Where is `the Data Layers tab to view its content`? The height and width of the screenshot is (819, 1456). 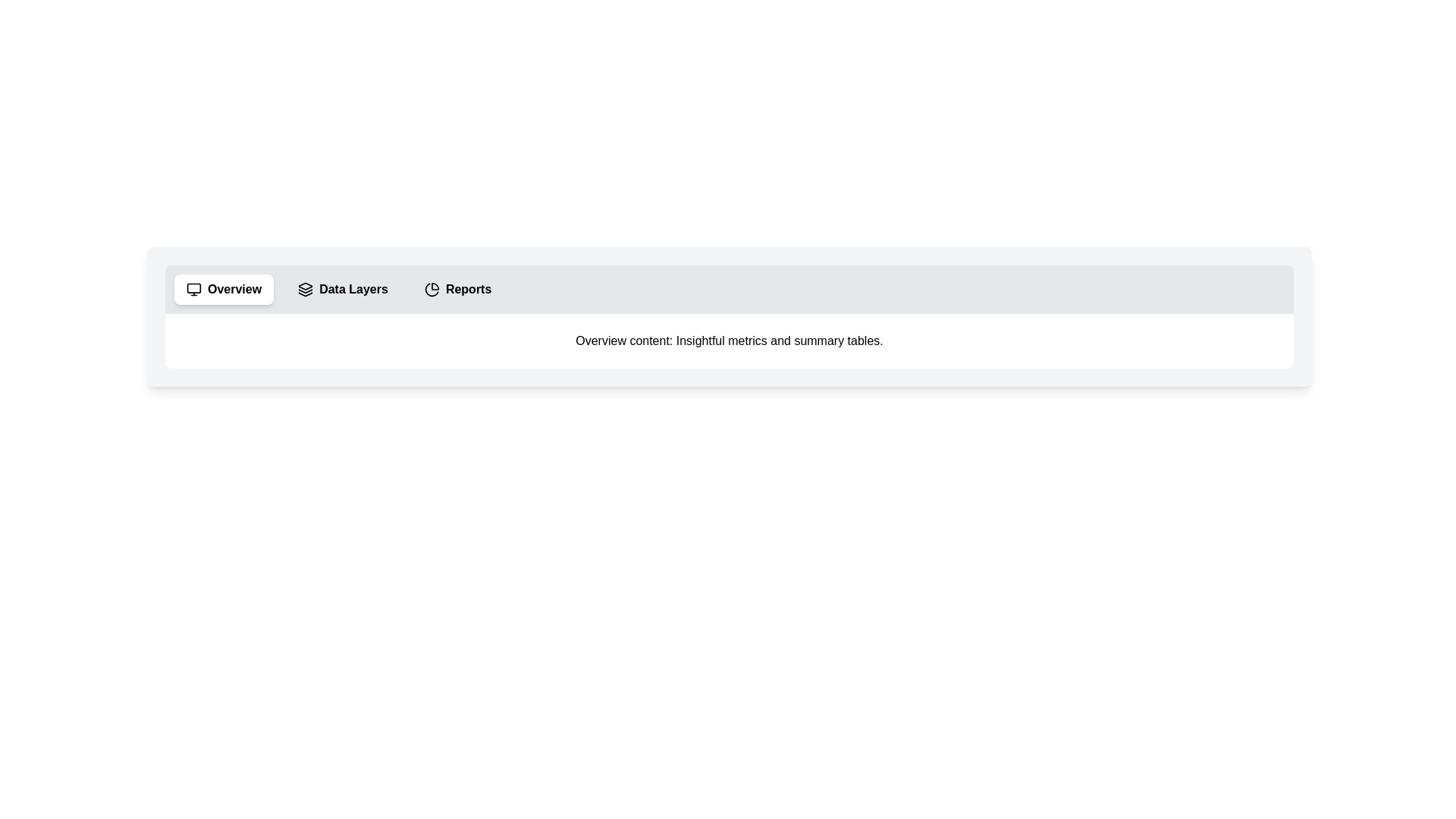 the Data Layers tab to view its content is located at coordinates (342, 289).